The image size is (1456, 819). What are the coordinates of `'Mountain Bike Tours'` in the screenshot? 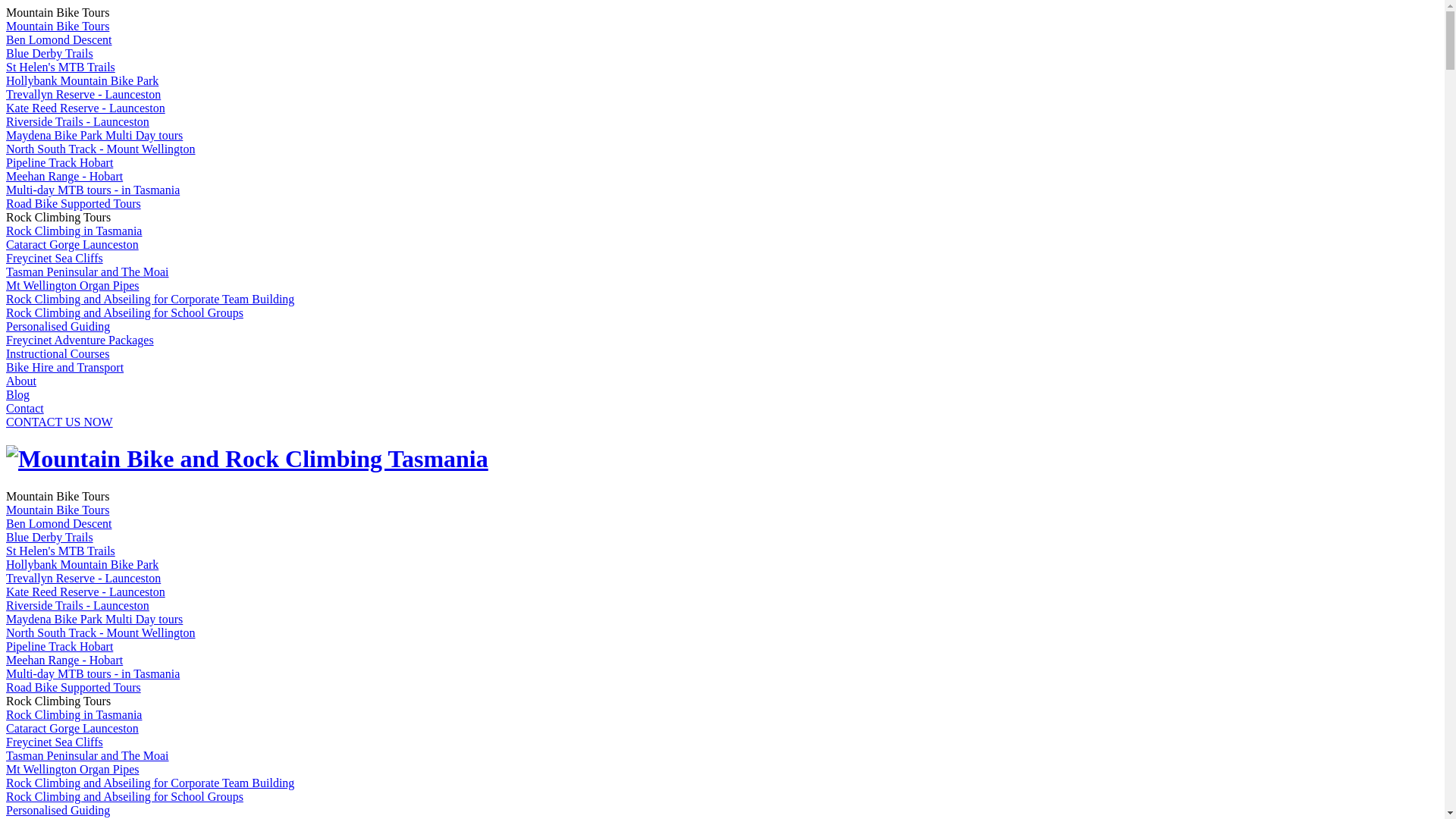 It's located at (58, 26).